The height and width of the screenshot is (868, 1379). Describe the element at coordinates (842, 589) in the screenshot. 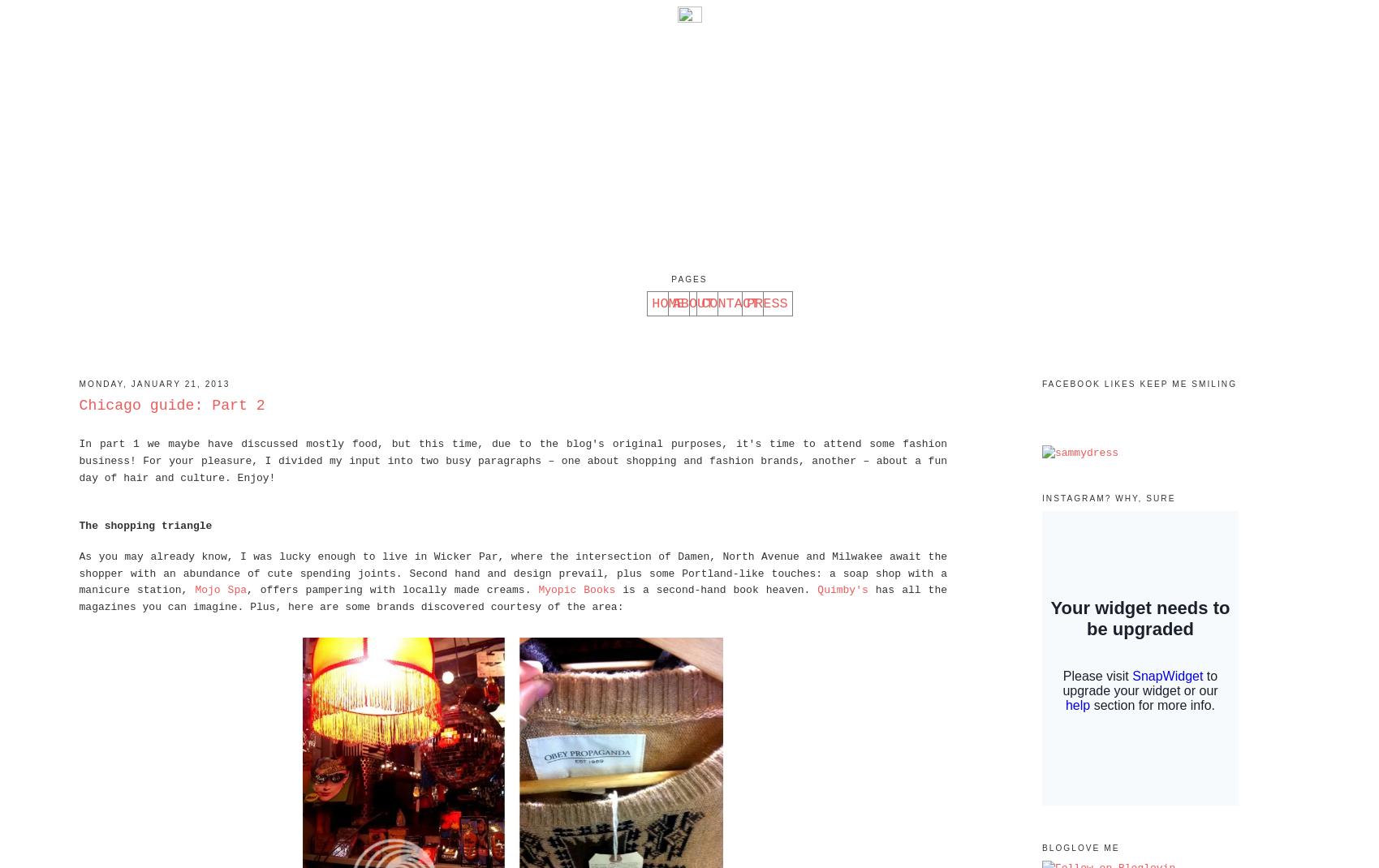

I see `'Quimby's'` at that location.